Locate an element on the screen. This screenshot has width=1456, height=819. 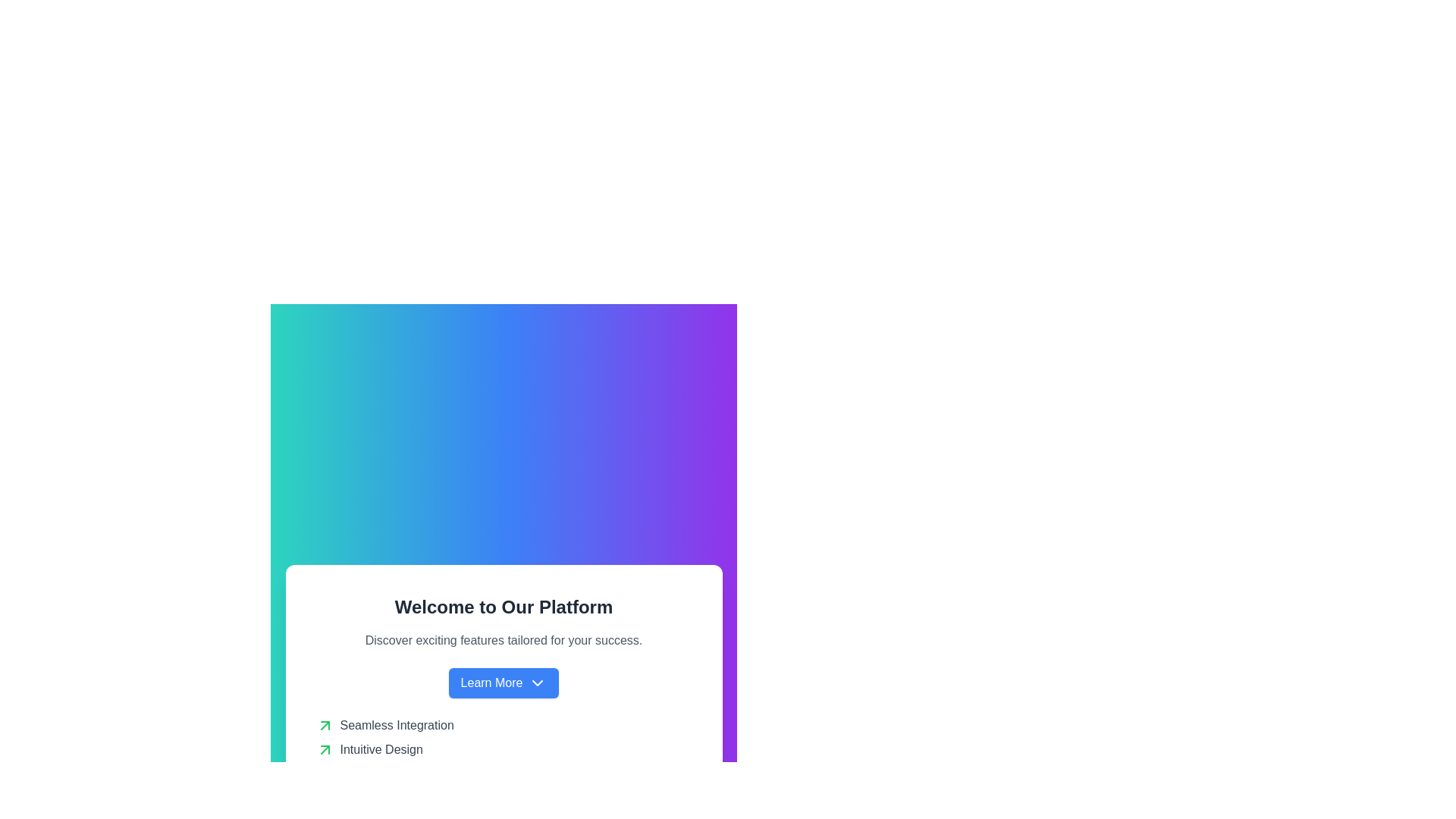
the blue rectangular button labeled 'Learn More' is located at coordinates (504, 683).